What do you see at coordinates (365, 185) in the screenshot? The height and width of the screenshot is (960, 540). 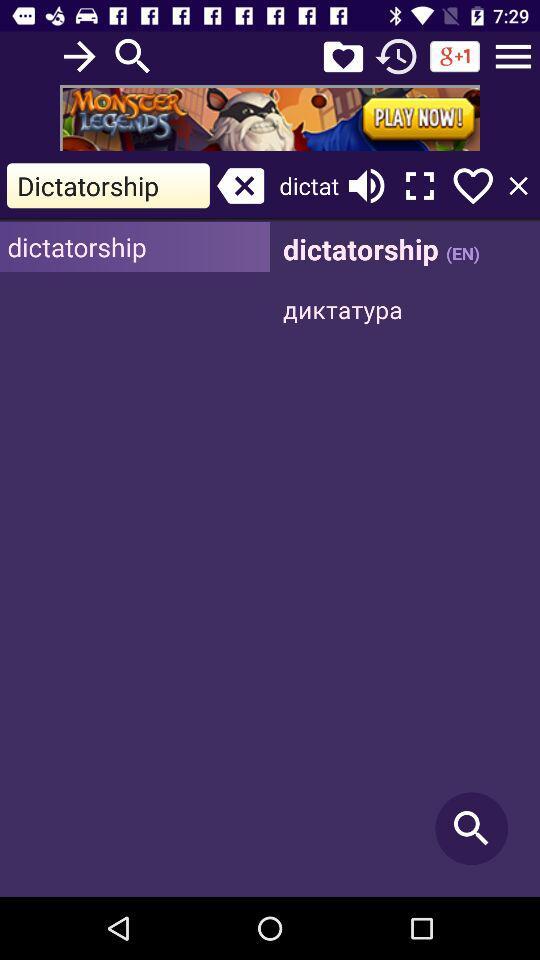 I see `speak loudly` at bounding box center [365, 185].